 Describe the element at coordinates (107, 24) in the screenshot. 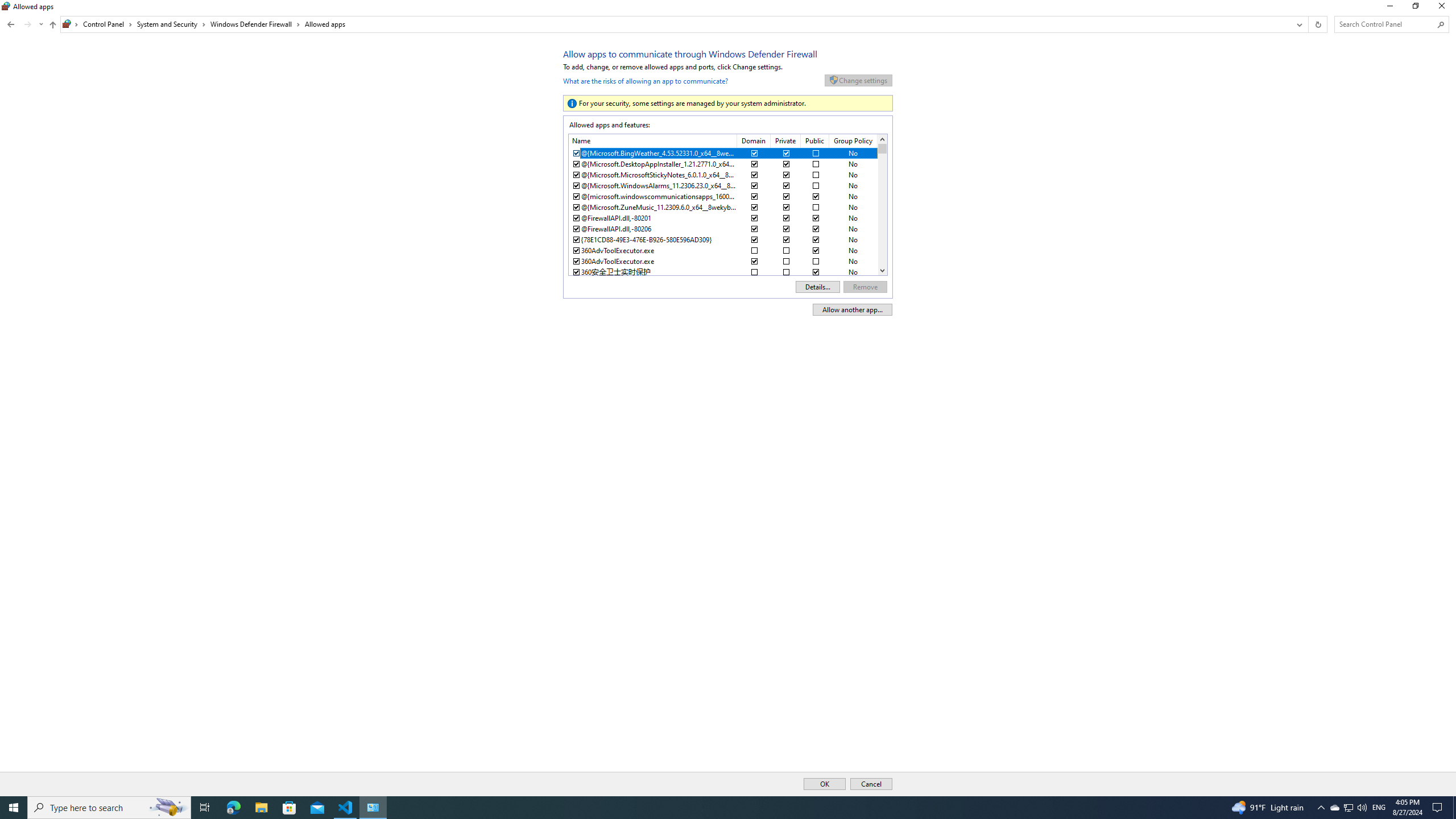

I see `'Control Panel'` at that location.